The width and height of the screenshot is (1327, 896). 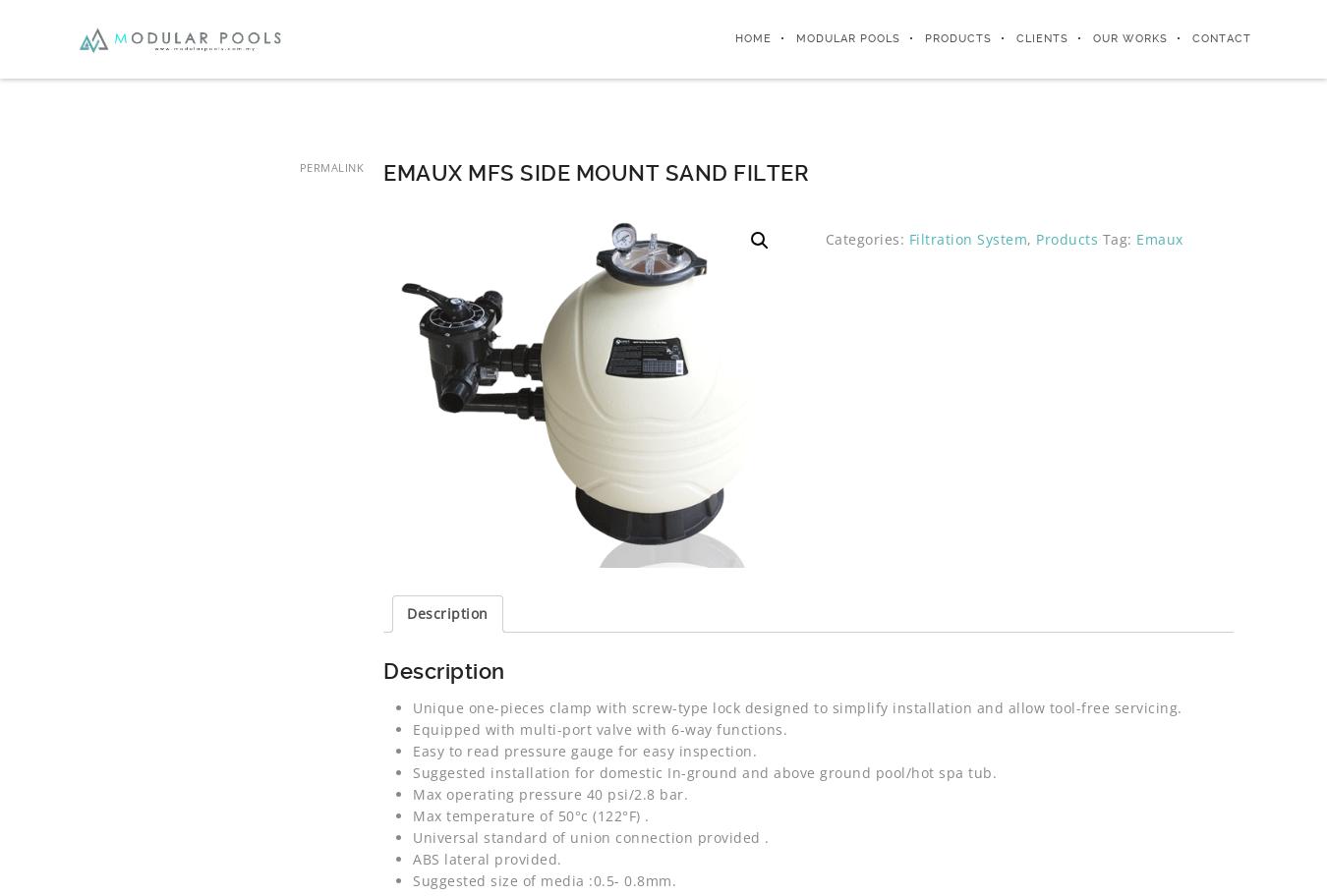 What do you see at coordinates (548, 792) in the screenshot?
I see `'Max operating pressure 40 psi/2.8 bar.'` at bounding box center [548, 792].